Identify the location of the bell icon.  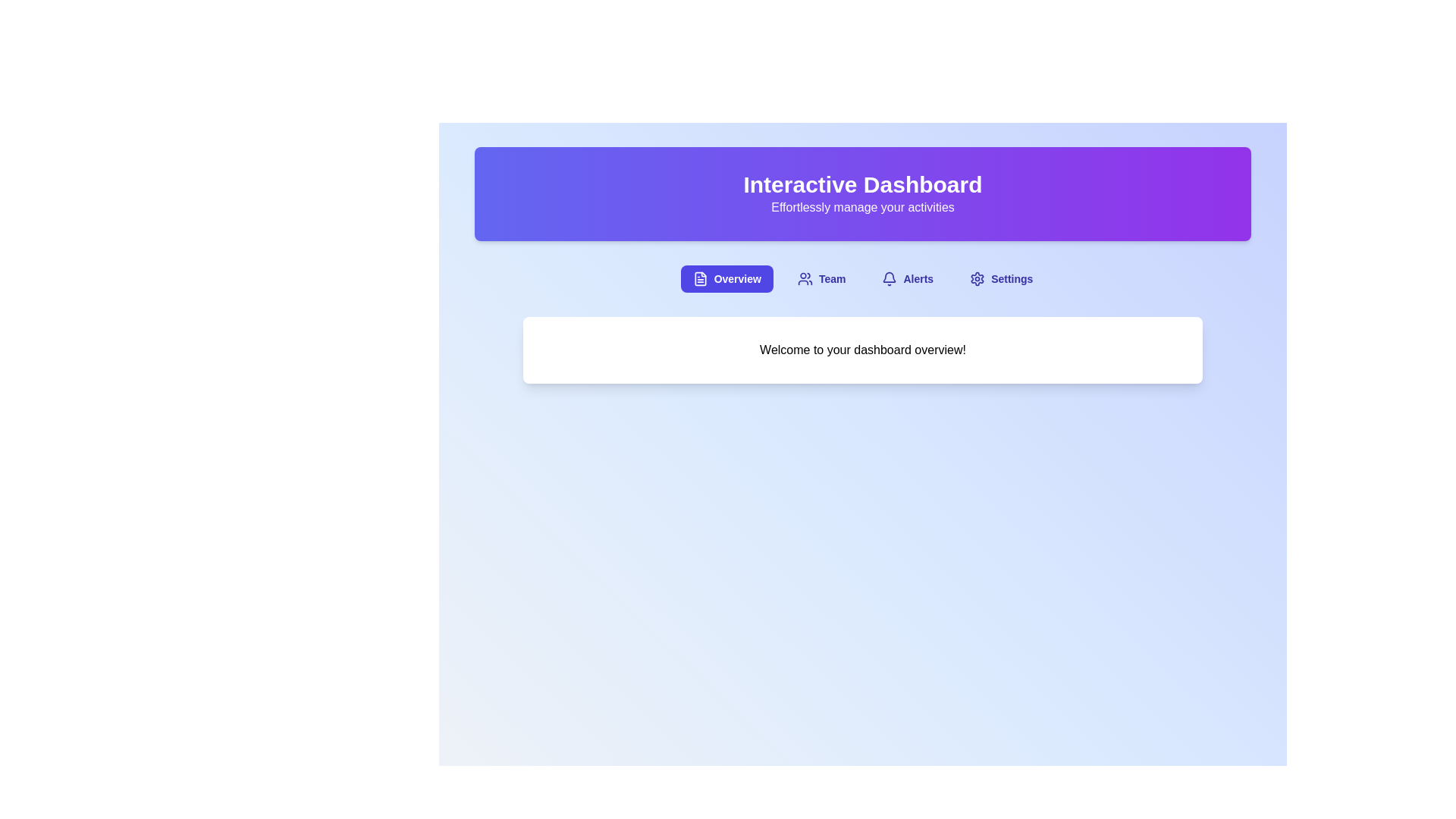
(890, 278).